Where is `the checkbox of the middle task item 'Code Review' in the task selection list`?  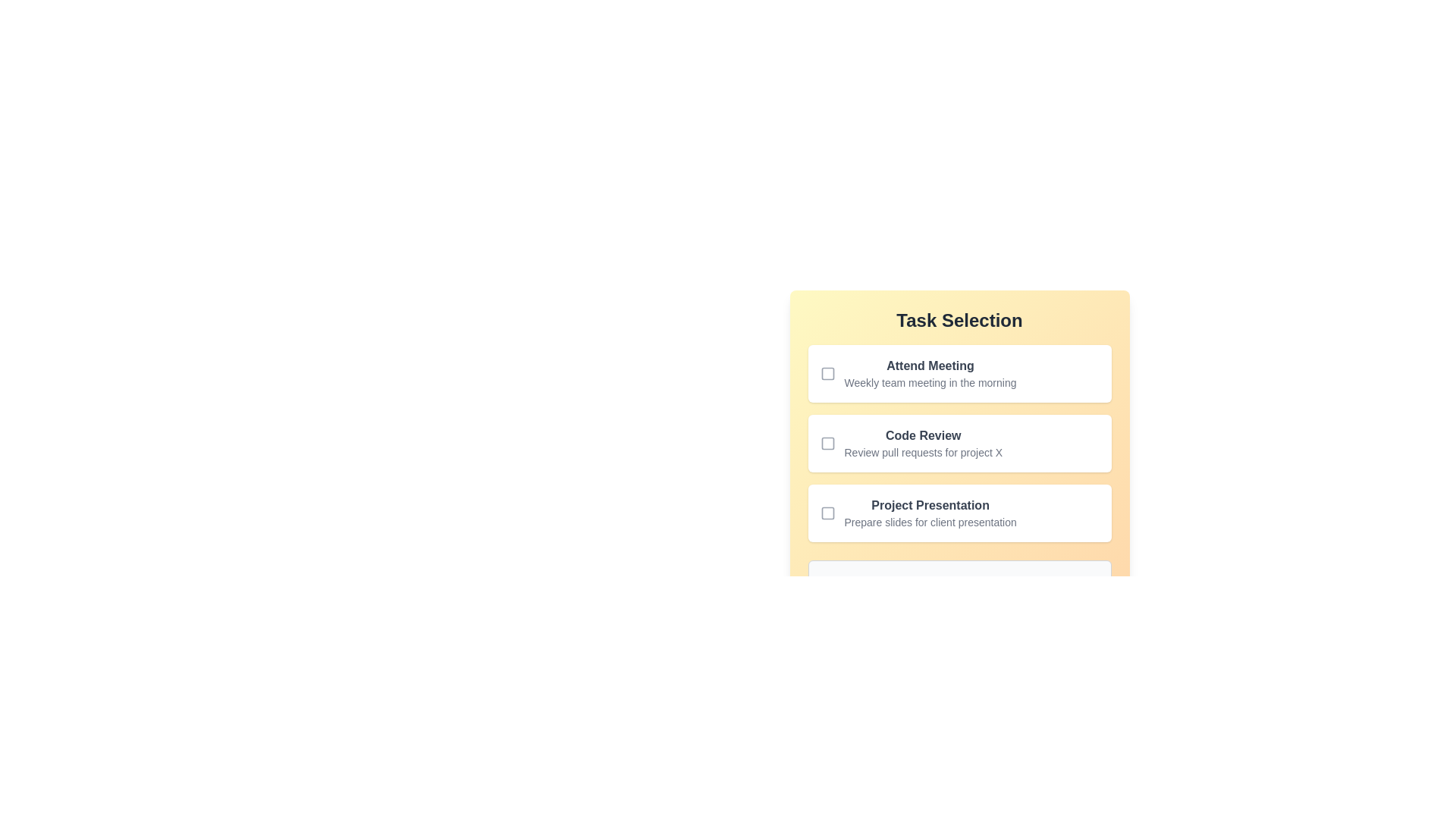 the checkbox of the middle task item 'Code Review' in the task selection list is located at coordinates (959, 454).